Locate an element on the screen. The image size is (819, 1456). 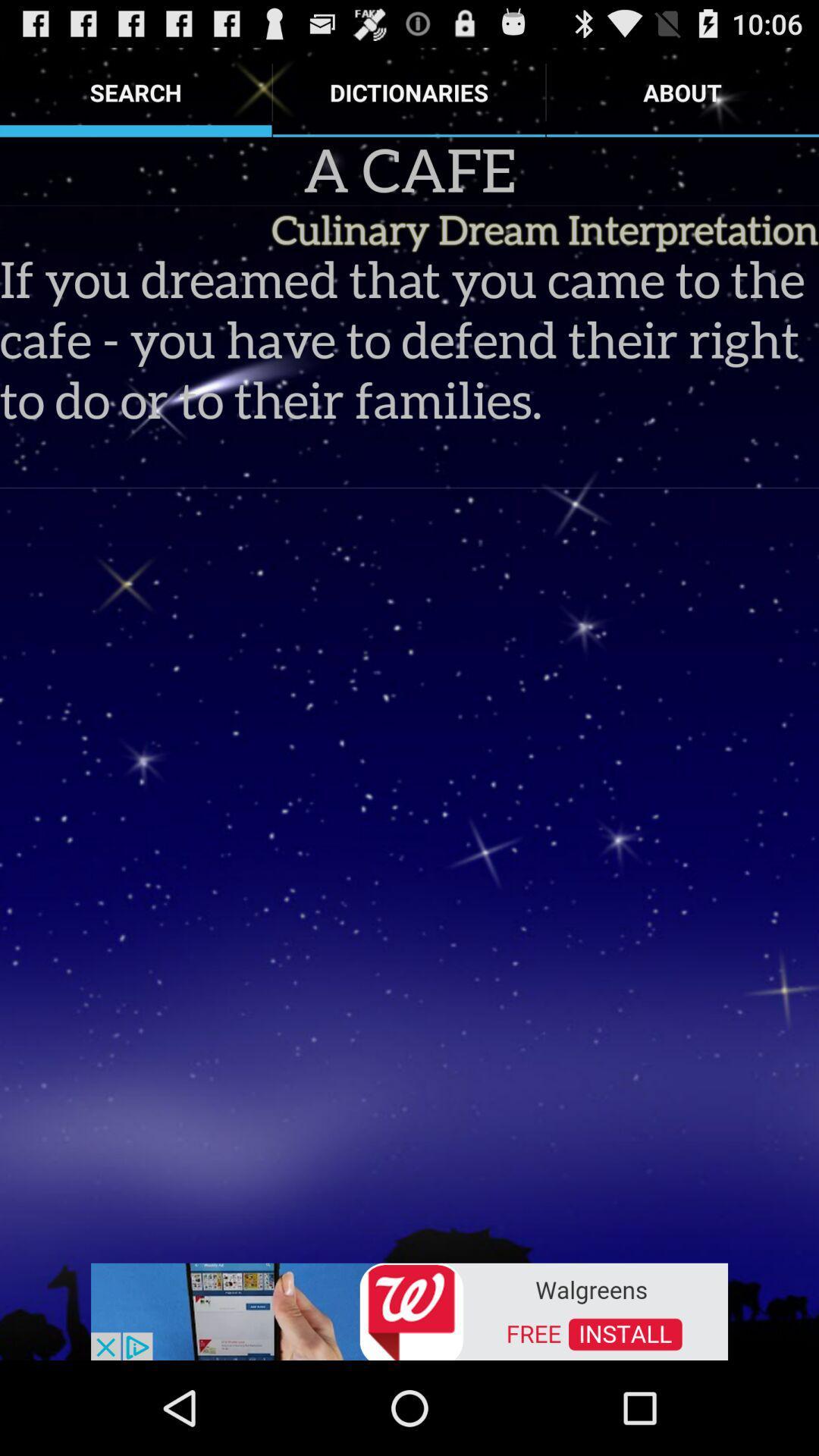
advertisement is located at coordinates (409, 1310).